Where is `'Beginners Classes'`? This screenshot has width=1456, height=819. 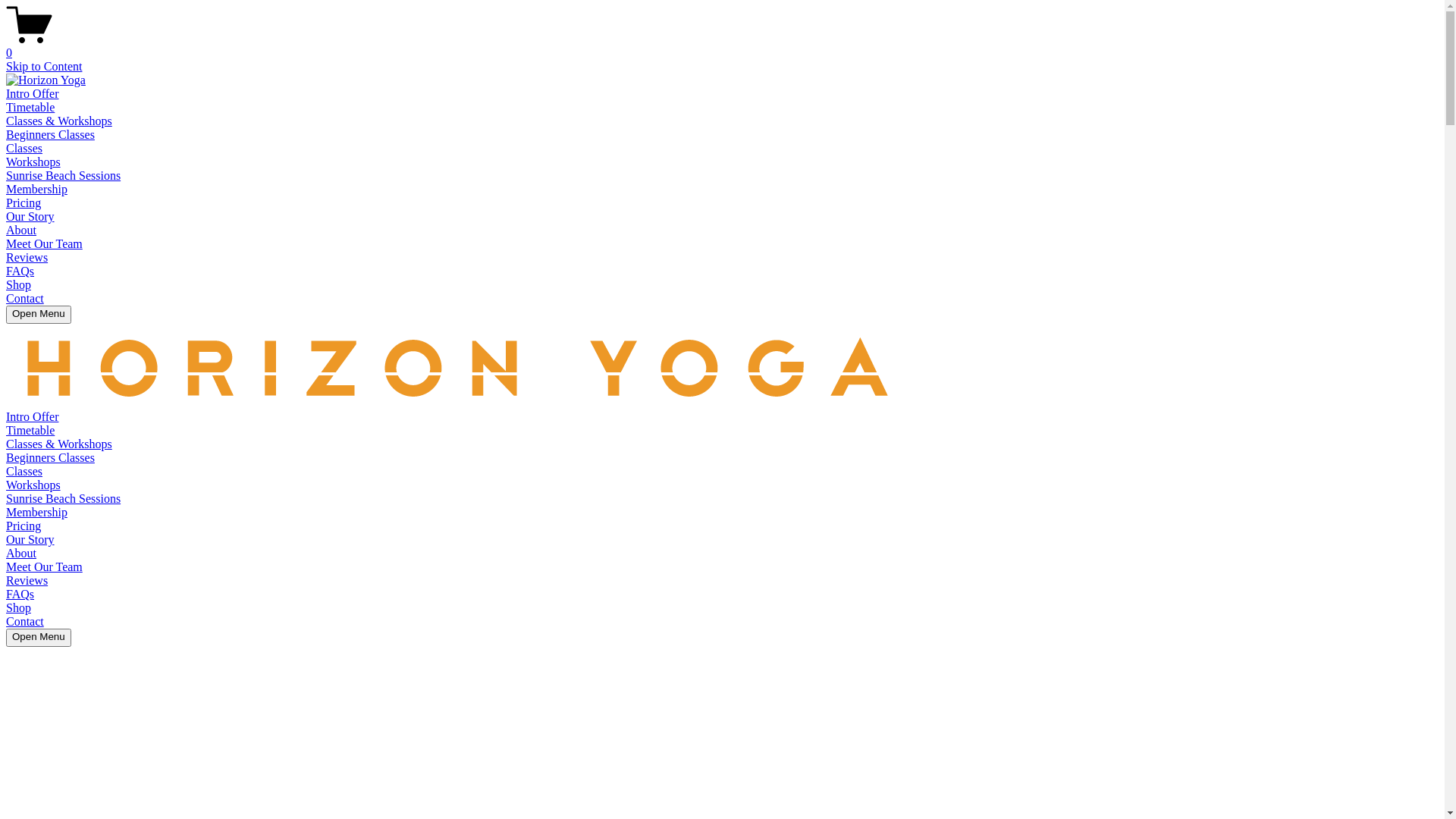 'Beginners Classes' is located at coordinates (6, 457).